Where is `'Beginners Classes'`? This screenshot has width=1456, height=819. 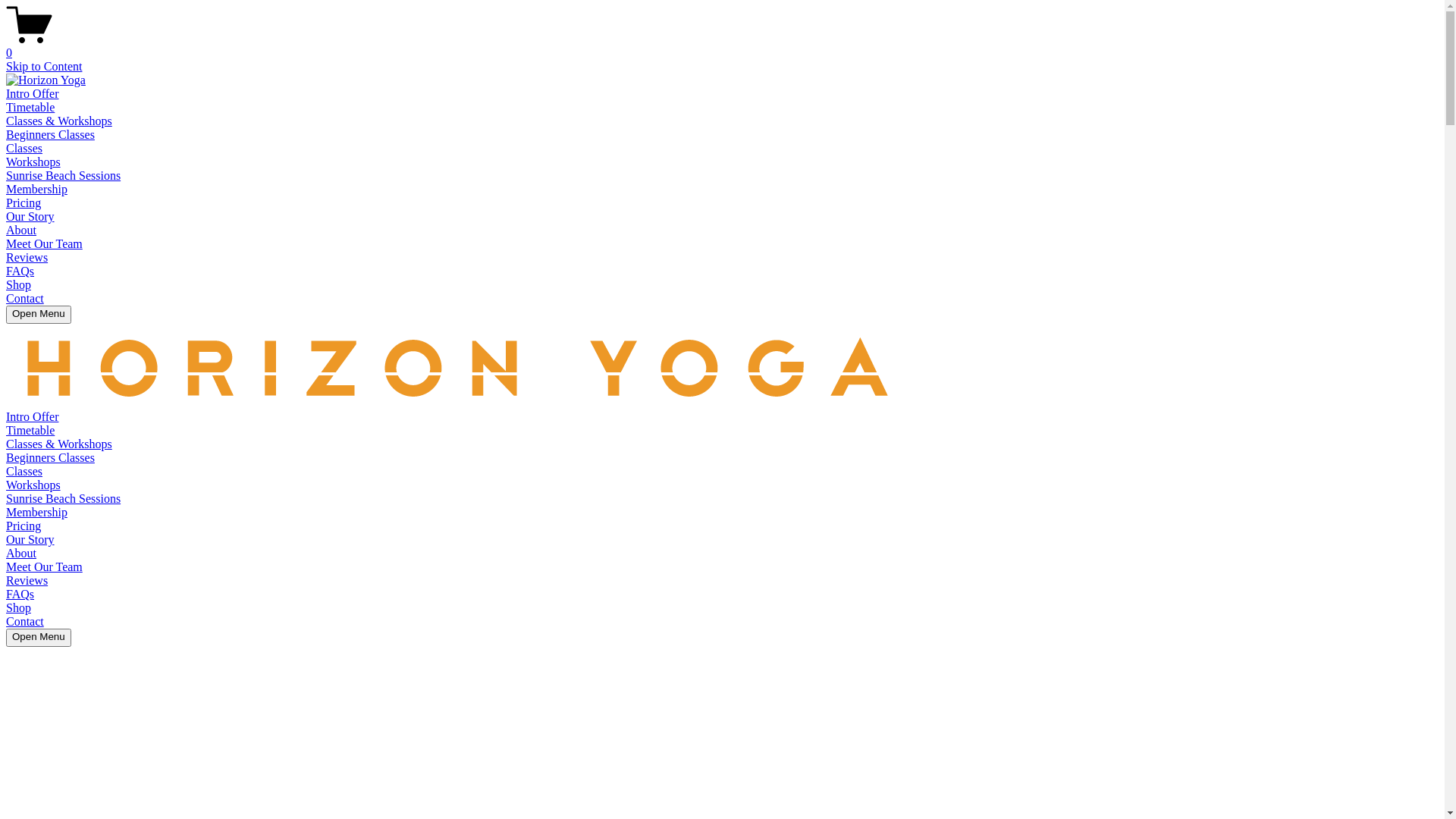 'Beginners Classes' is located at coordinates (6, 457).